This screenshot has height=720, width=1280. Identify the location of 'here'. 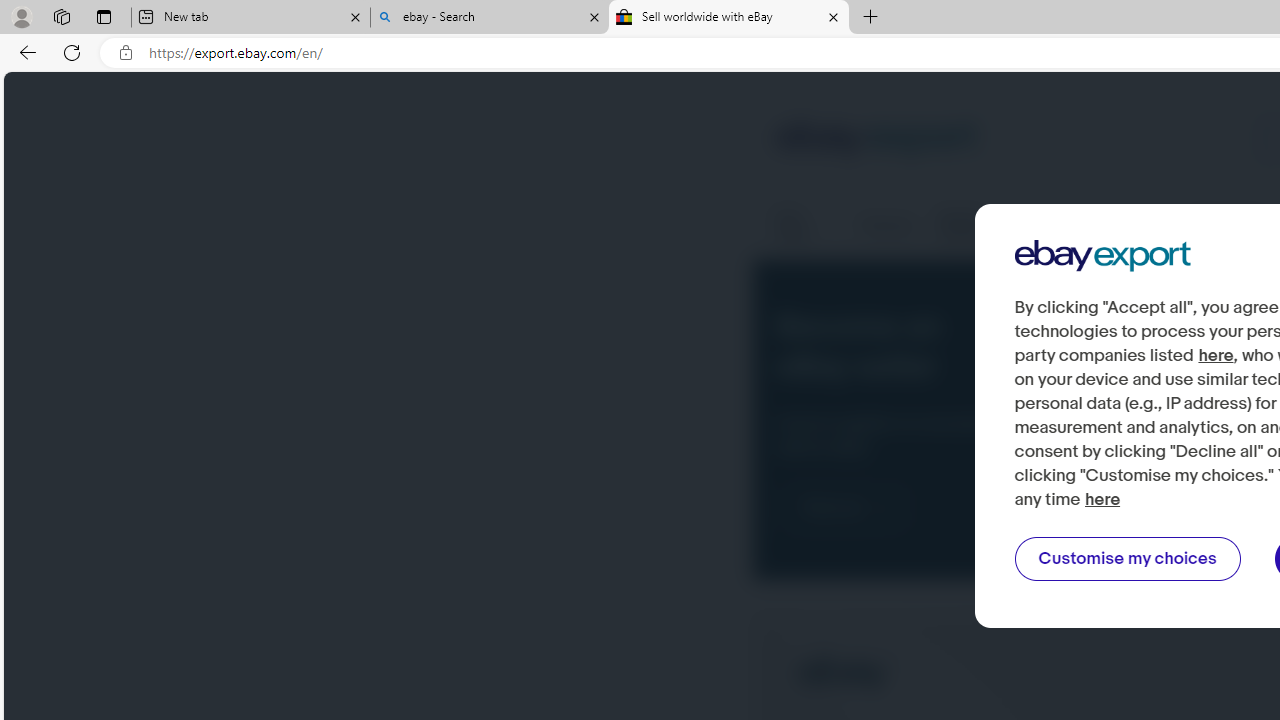
(1102, 499).